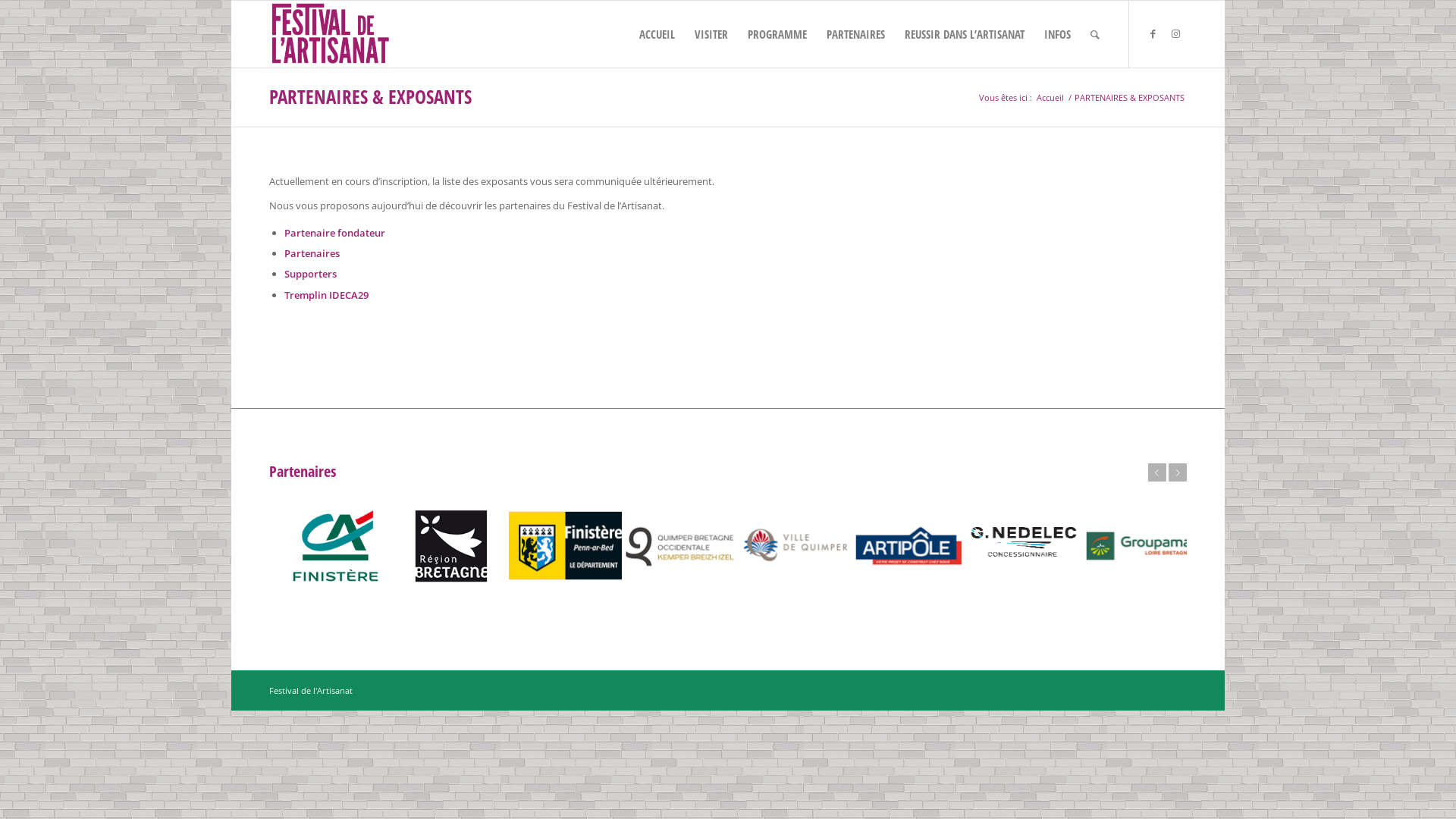 This screenshot has width=1456, height=819. What do you see at coordinates (1175, 33) in the screenshot?
I see `'Instagram'` at bounding box center [1175, 33].